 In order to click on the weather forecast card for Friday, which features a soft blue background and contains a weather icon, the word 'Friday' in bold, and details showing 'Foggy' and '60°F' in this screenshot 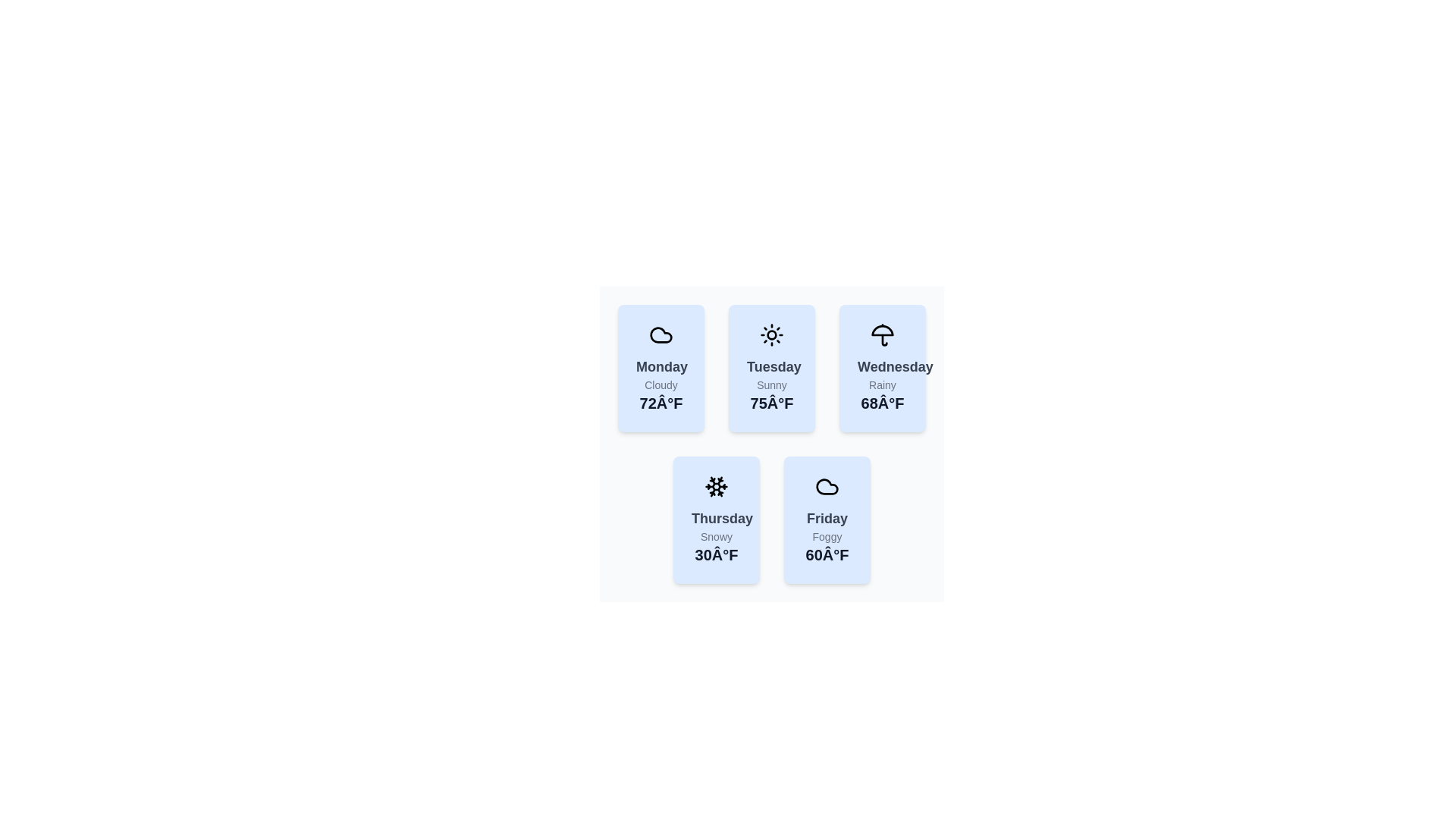, I will do `click(814, 508)`.